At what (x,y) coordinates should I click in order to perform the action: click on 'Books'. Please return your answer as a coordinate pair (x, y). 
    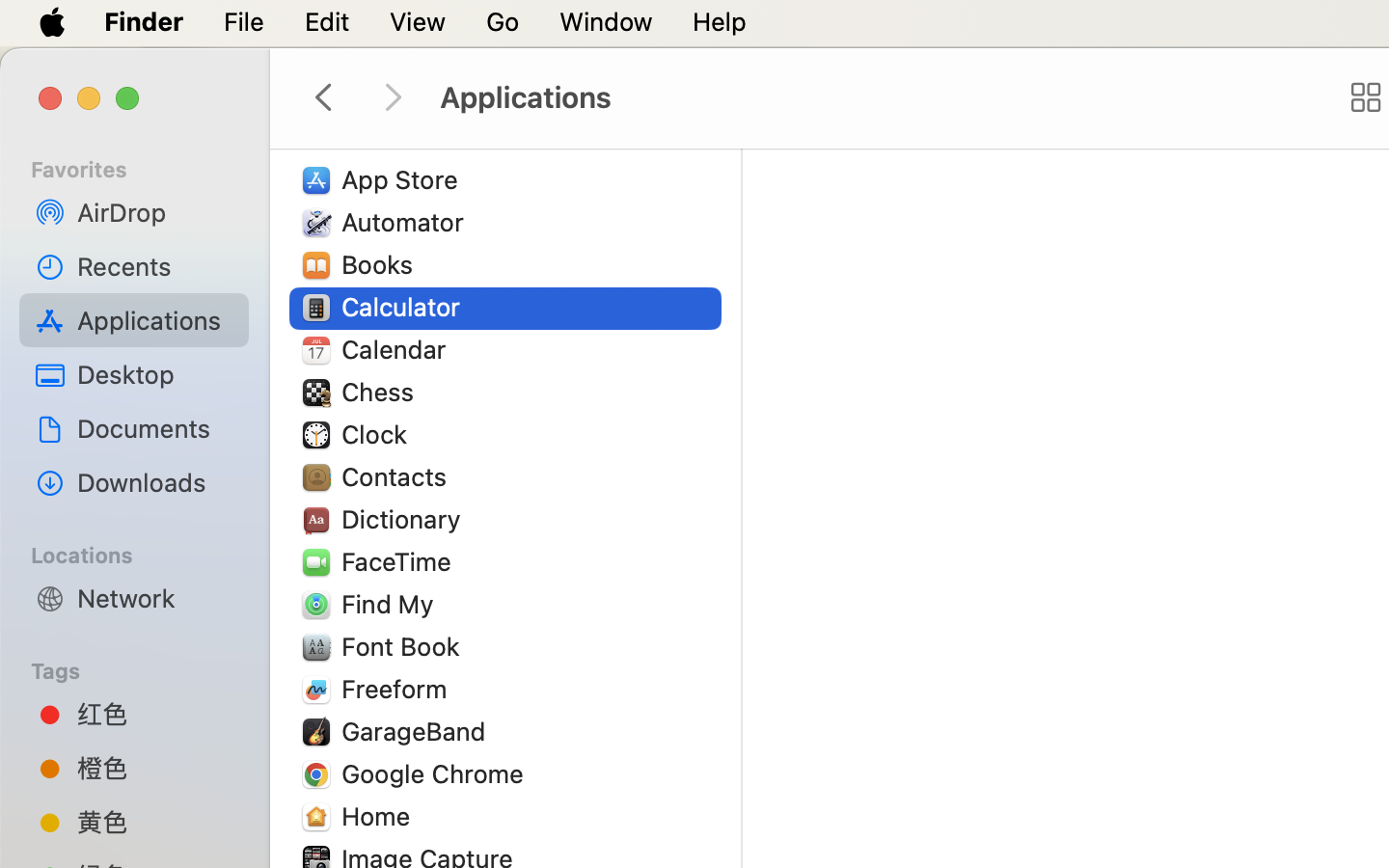
    Looking at the image, I should click on (381, 262).